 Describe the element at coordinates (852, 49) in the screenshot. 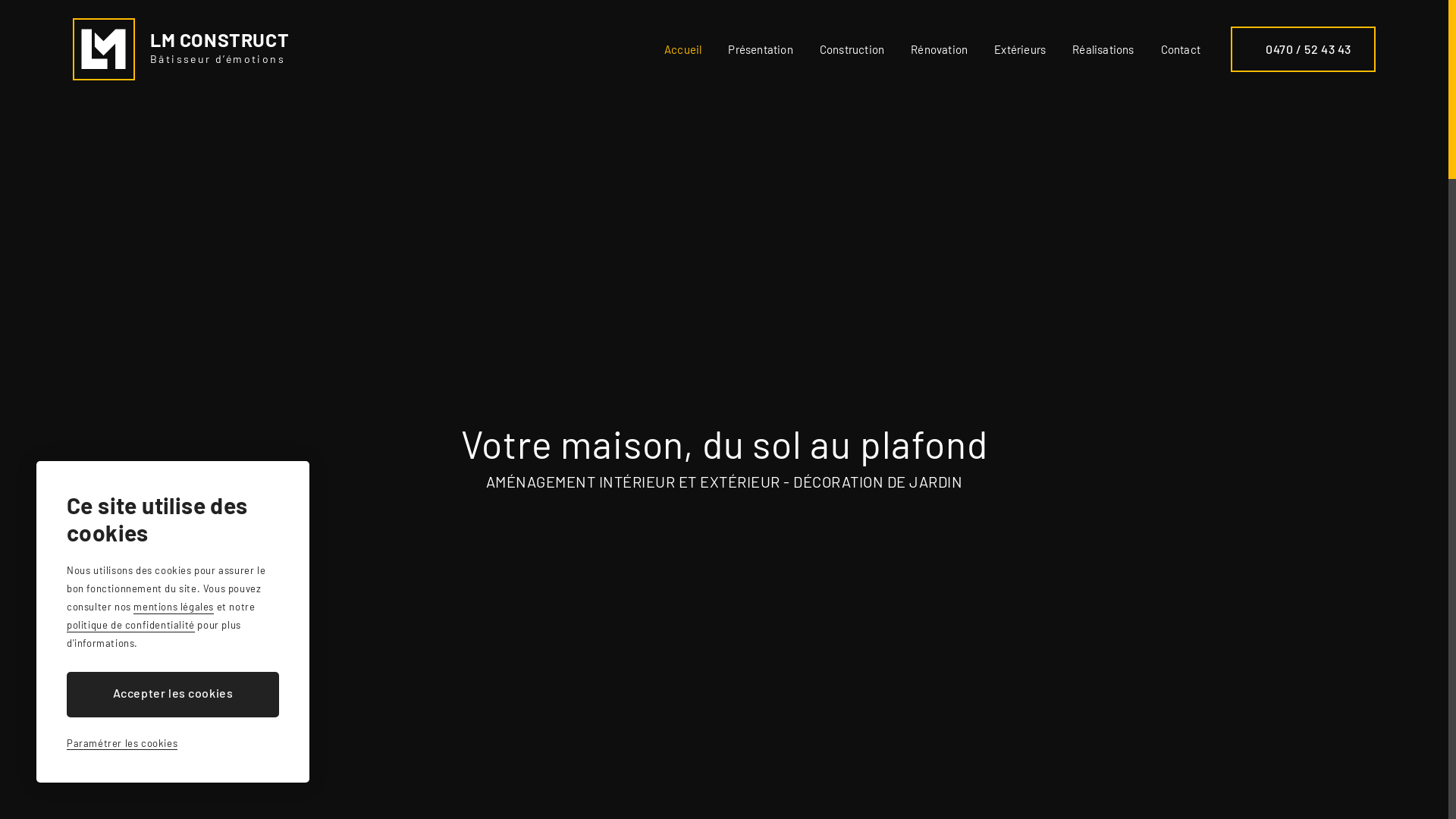

I see `'Construction'` at that location.